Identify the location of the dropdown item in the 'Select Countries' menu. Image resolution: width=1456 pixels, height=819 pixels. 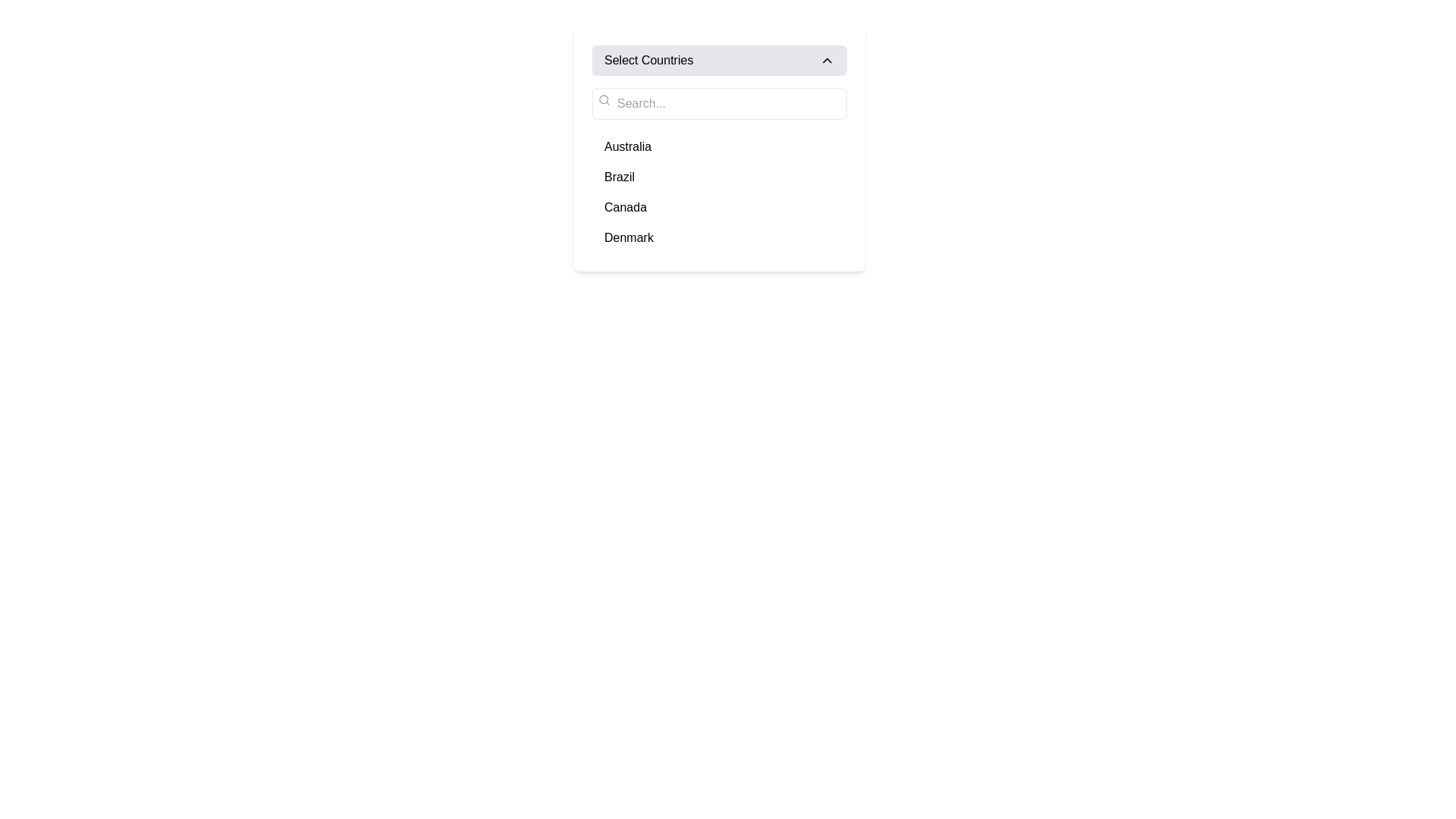
(719, 170).